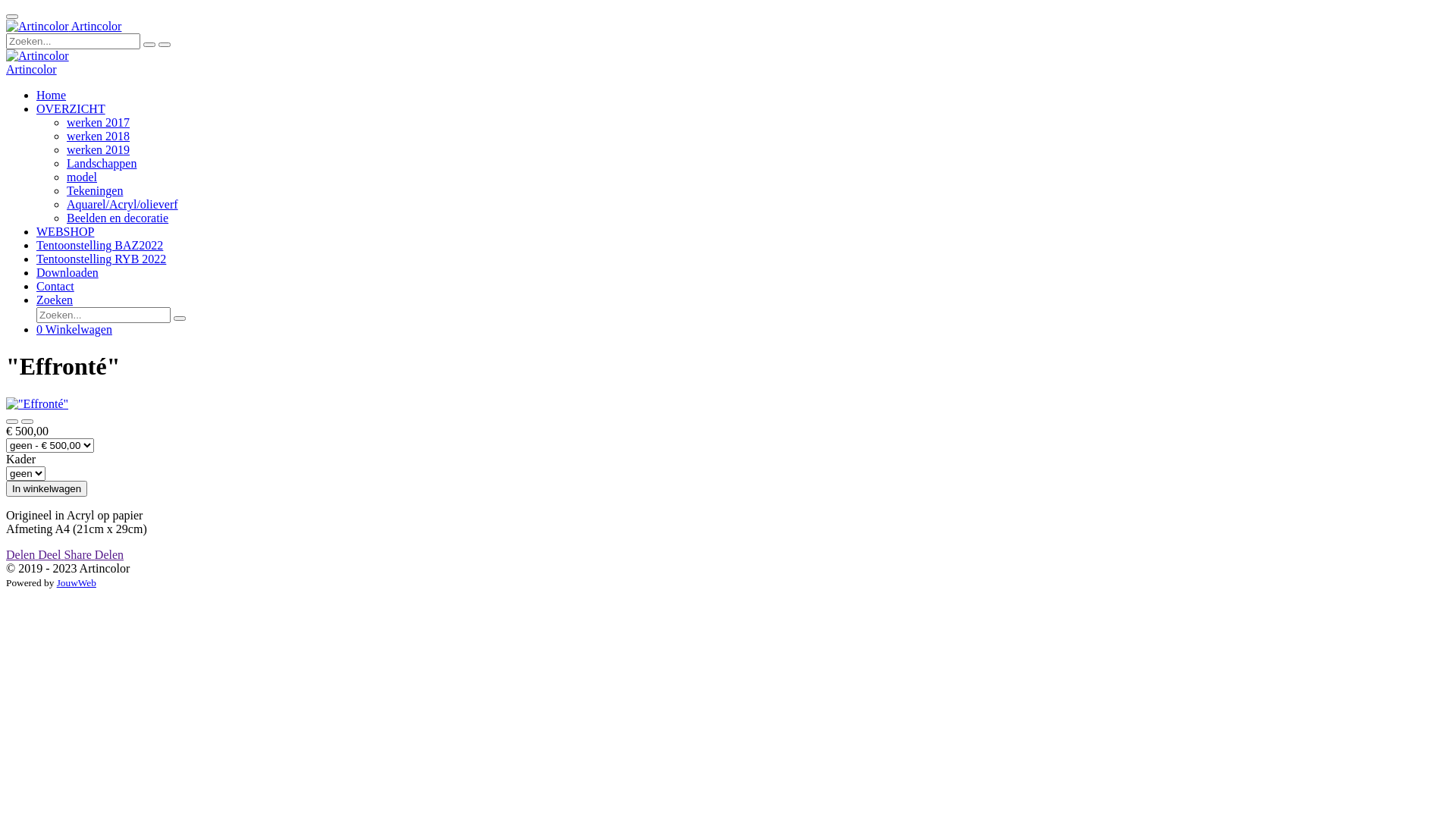  I want to click on 'Downloaden', so click(67, 271).